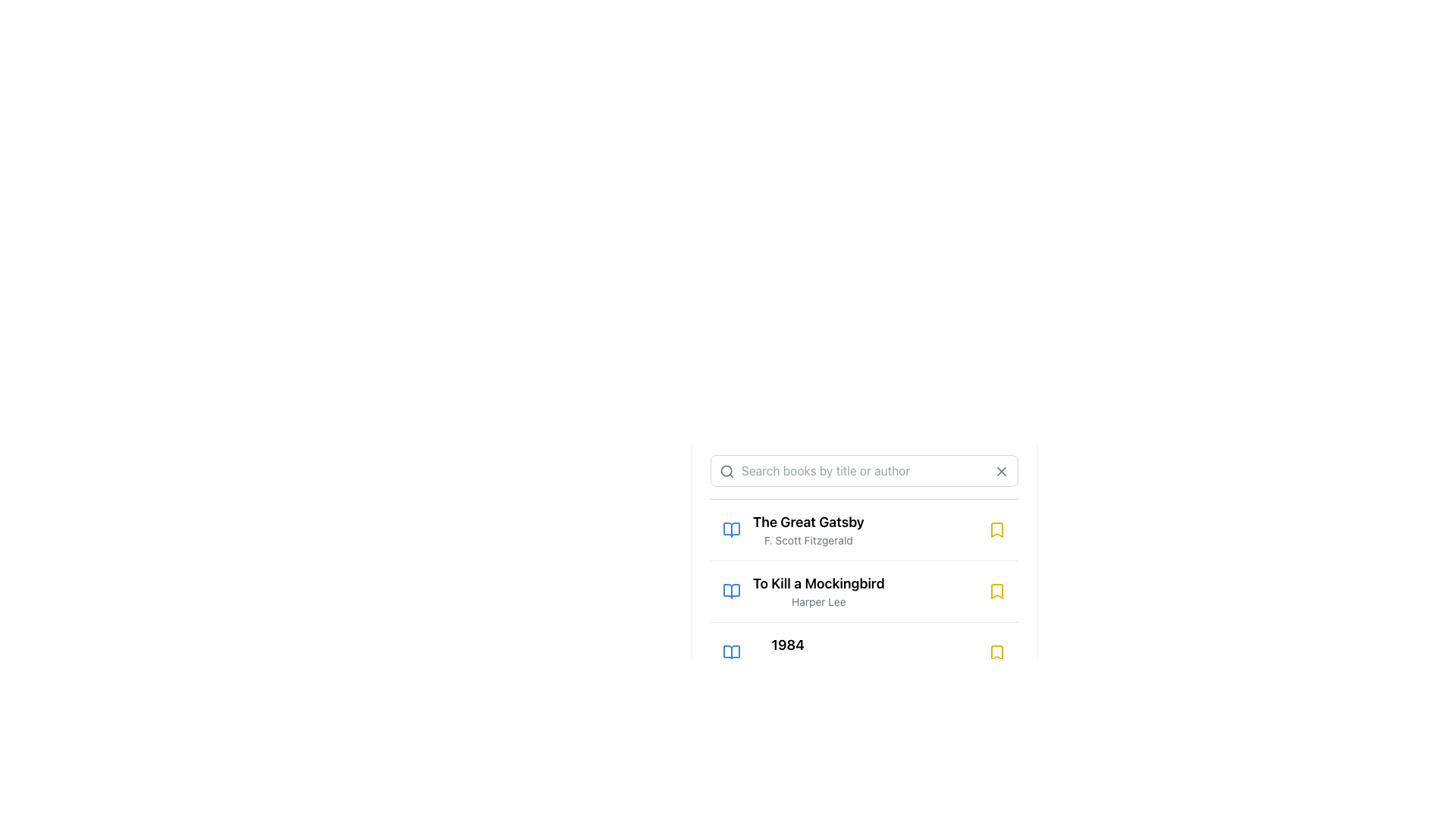  I want to click on the bookmark icon located on the far-right side of the list item for 'To Kill a Mockingbird', so click(997, 590).